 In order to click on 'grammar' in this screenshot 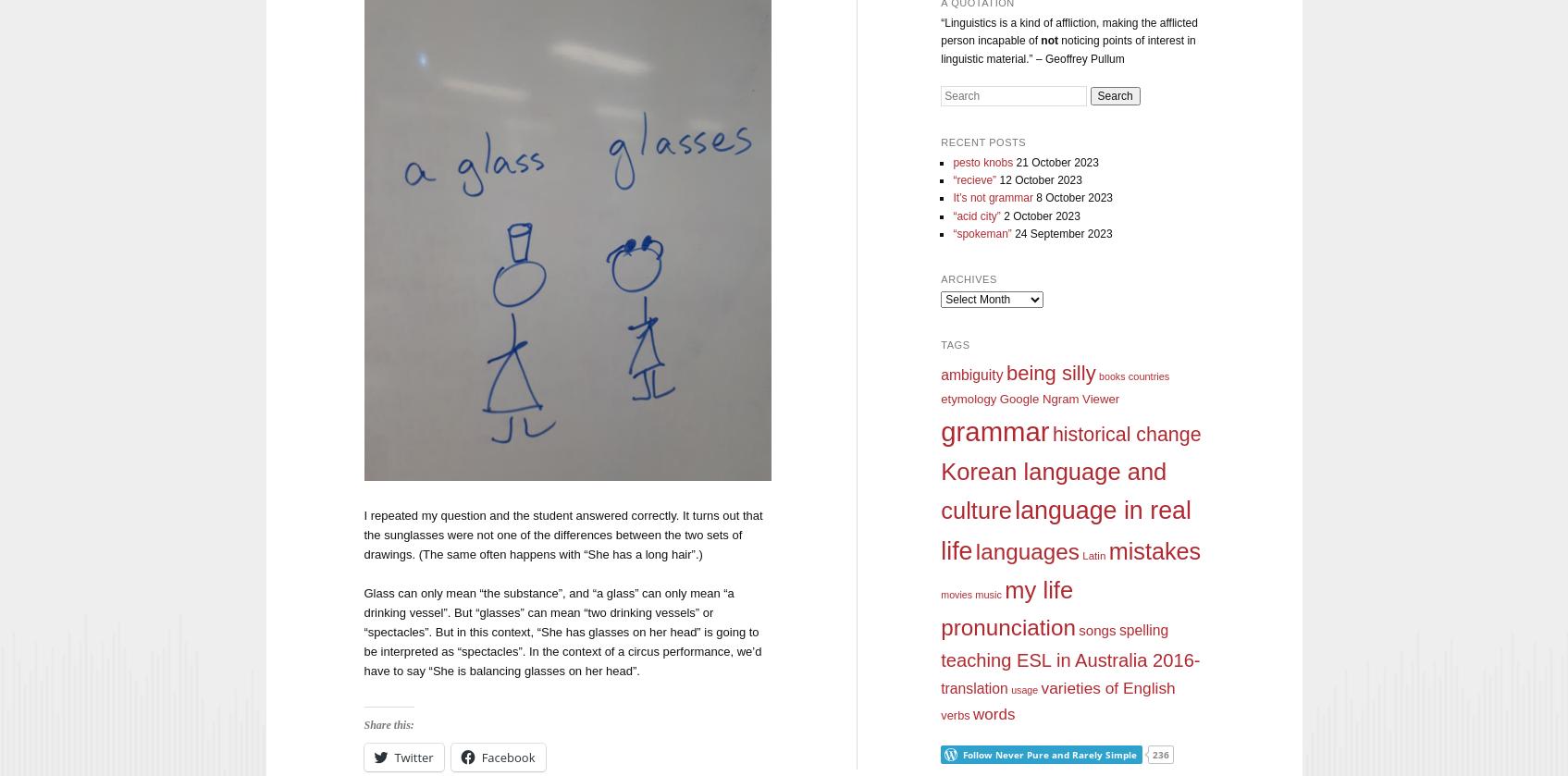, I will do `click(994, 429)`.